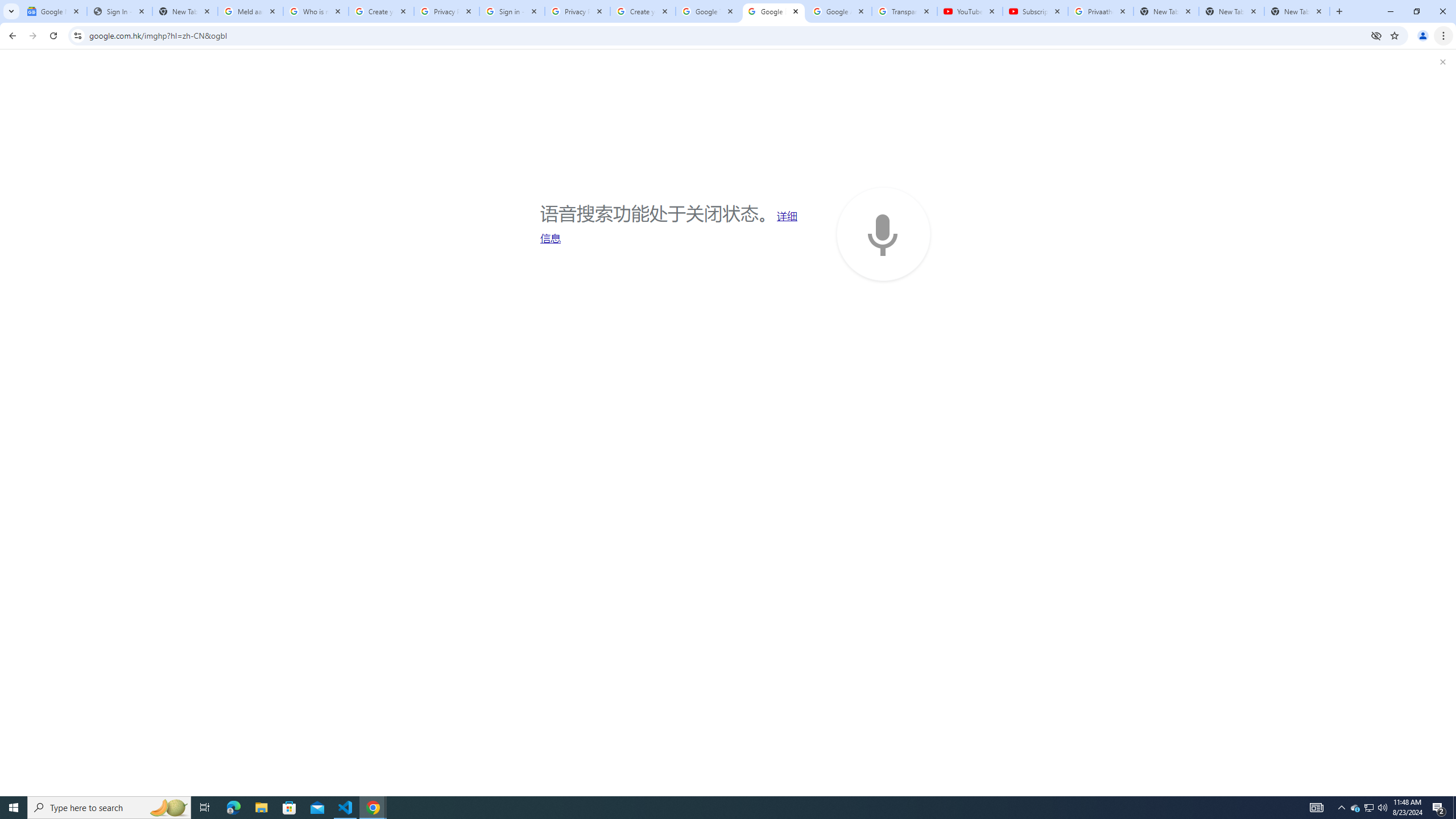 This screenshot has height=819, width=1456. Describe the element at coordinates (838, 11) in the screenshot. I see `'Google Account'` at that location.